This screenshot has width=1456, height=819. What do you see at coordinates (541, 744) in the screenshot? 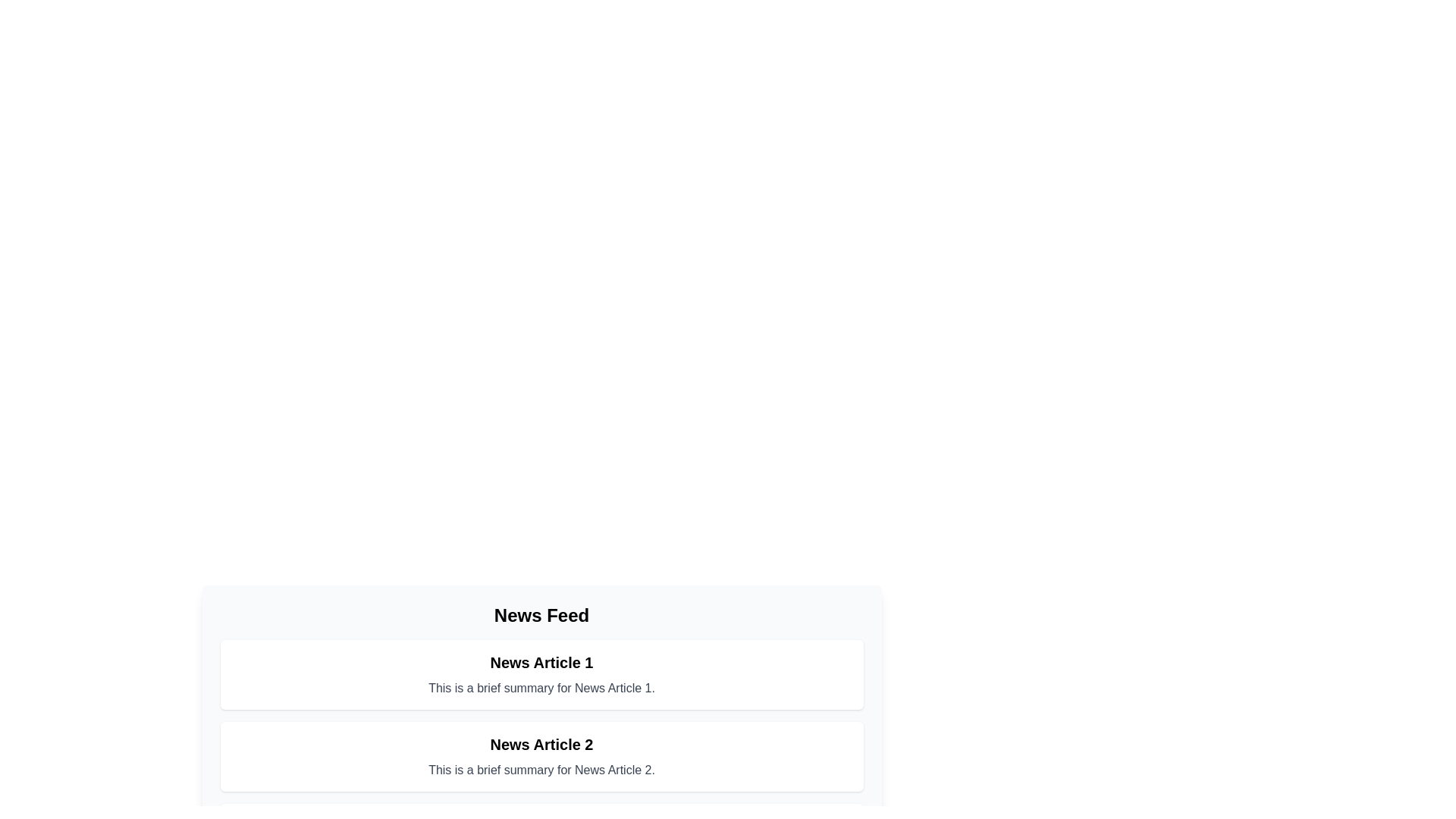
I see `the Text Label that serves as the title for the content block in the second content block of the news feed section` at bounding box center [541, 744].